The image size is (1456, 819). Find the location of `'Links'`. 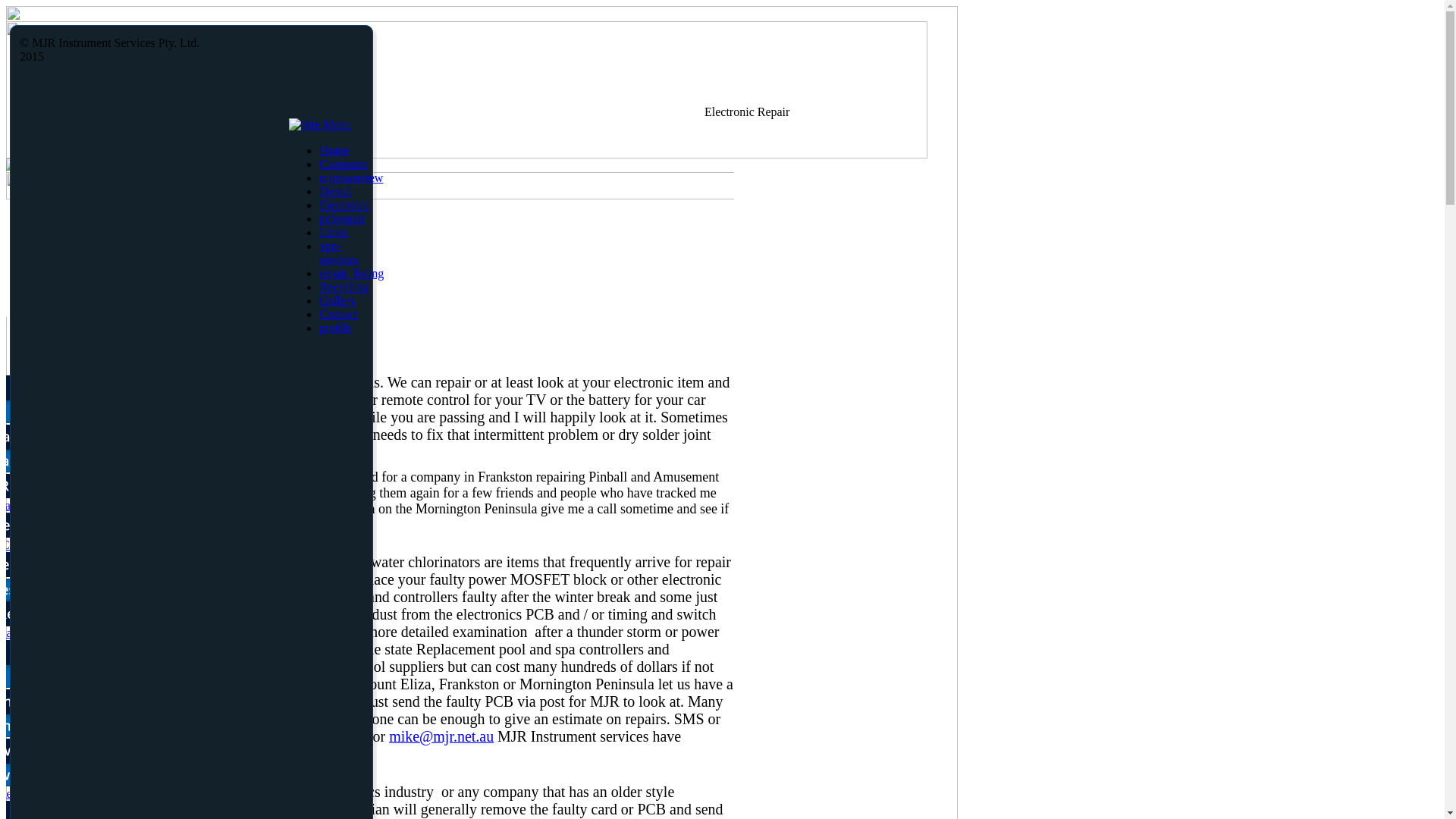

'Links' is located at coordinates (331, 232).